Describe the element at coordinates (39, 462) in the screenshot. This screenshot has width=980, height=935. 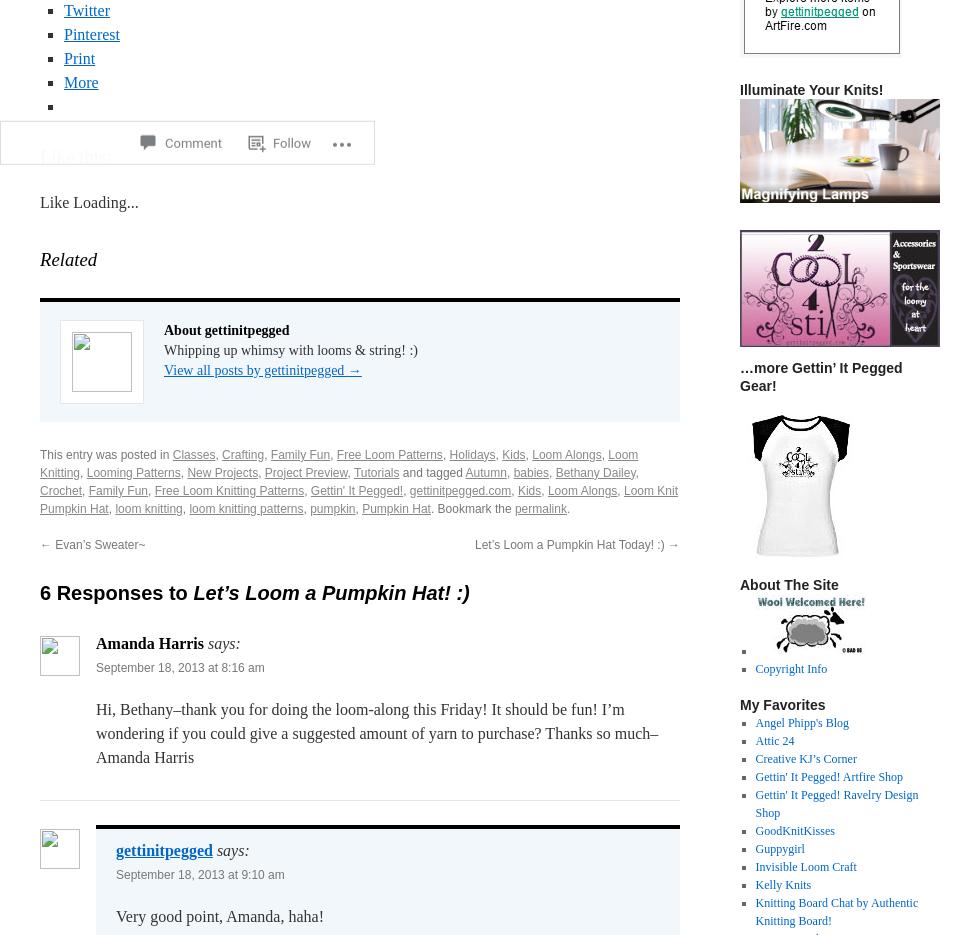
I see `'Loom Knitting'` at that location.